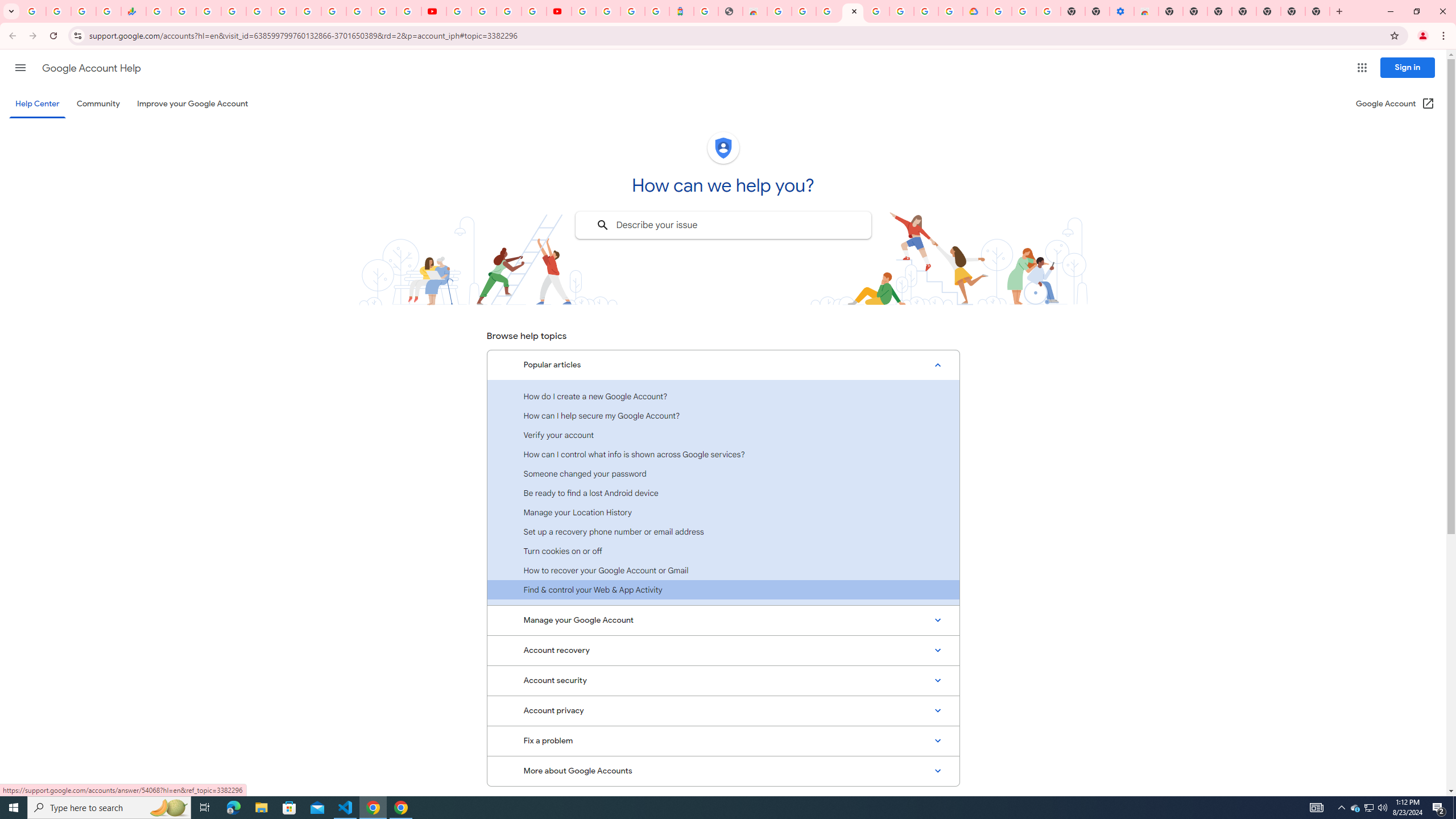 The image size is (1456, 819). What do you see at coordinates (723, 454) in the screenshot?
I see `'How can I control what info is shown across Google services?'` at bounding box center [723, 454].